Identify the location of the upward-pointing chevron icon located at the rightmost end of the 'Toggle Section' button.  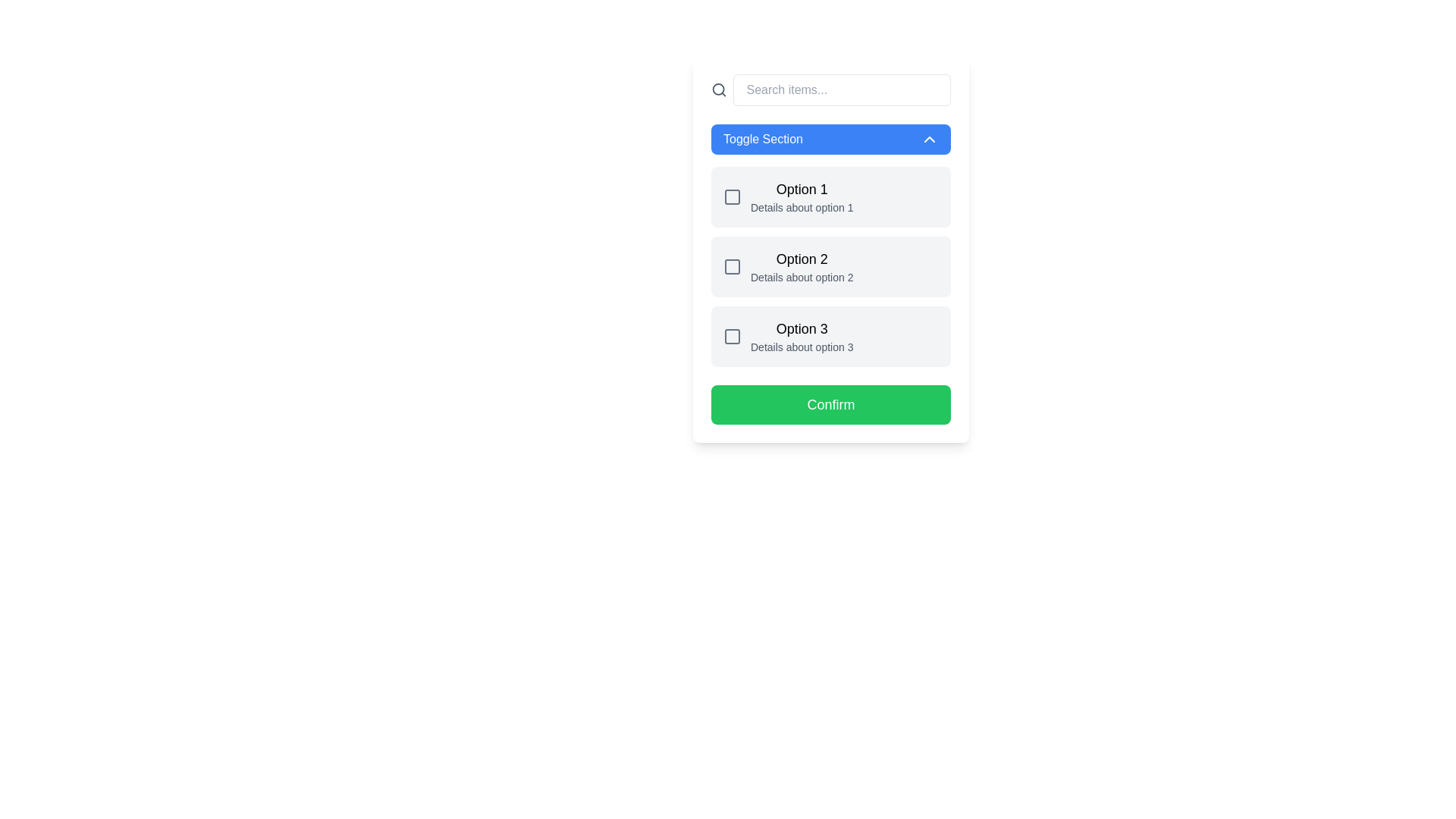
(928, 140).